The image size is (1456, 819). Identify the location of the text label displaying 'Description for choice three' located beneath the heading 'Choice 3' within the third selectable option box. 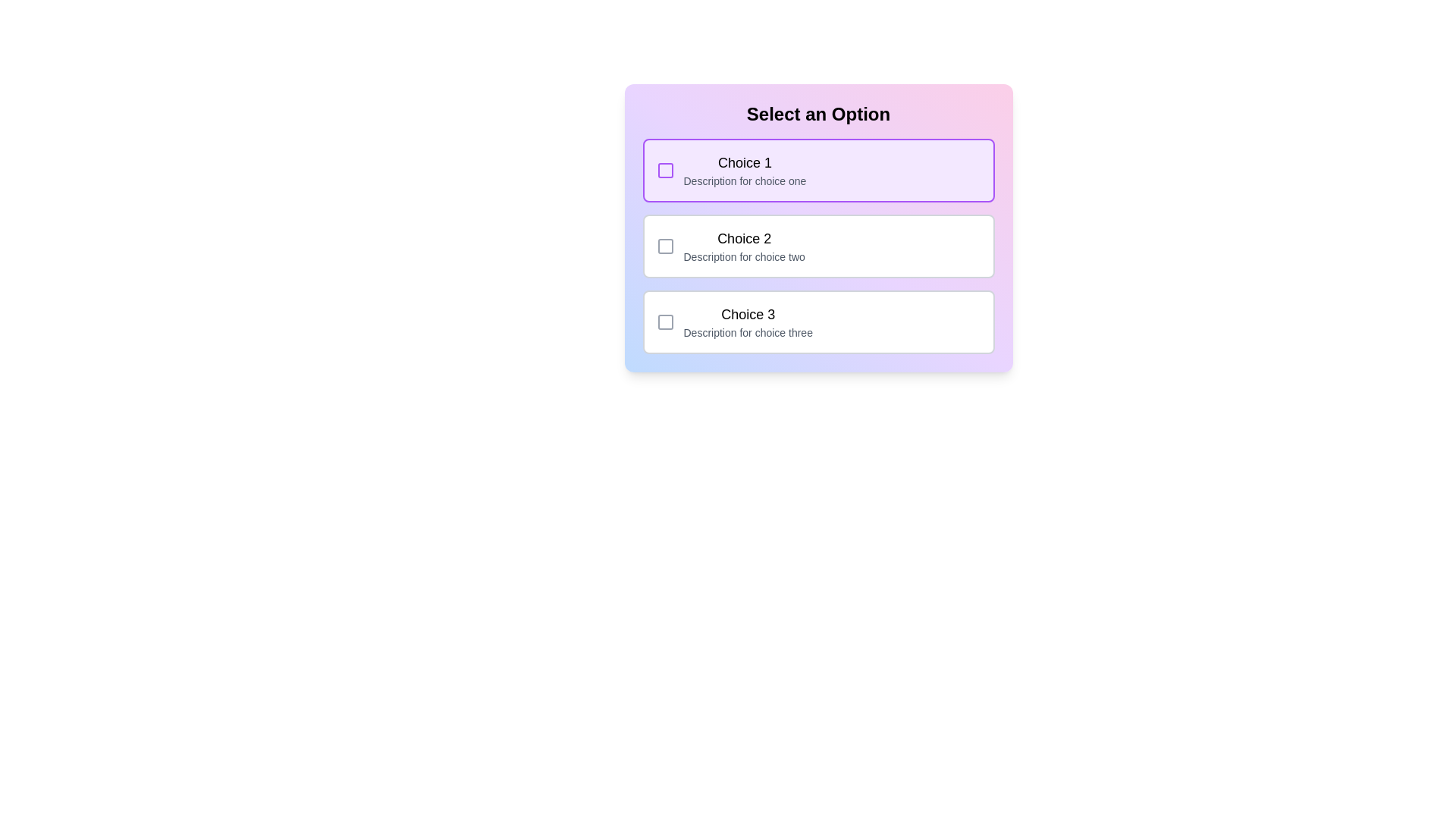
(748, 332).